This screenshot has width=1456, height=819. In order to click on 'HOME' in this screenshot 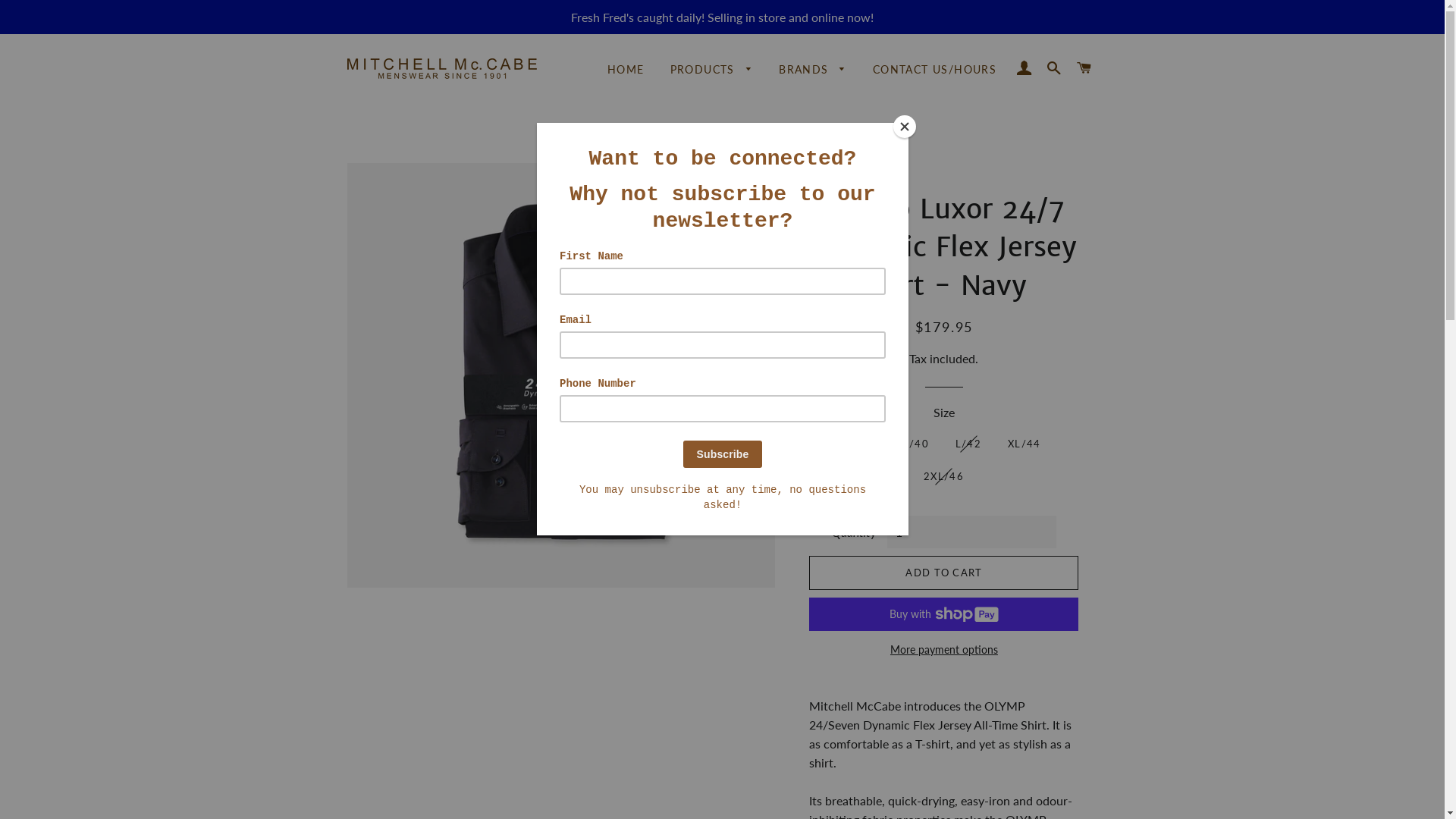, I will do `click(595, 70)`.